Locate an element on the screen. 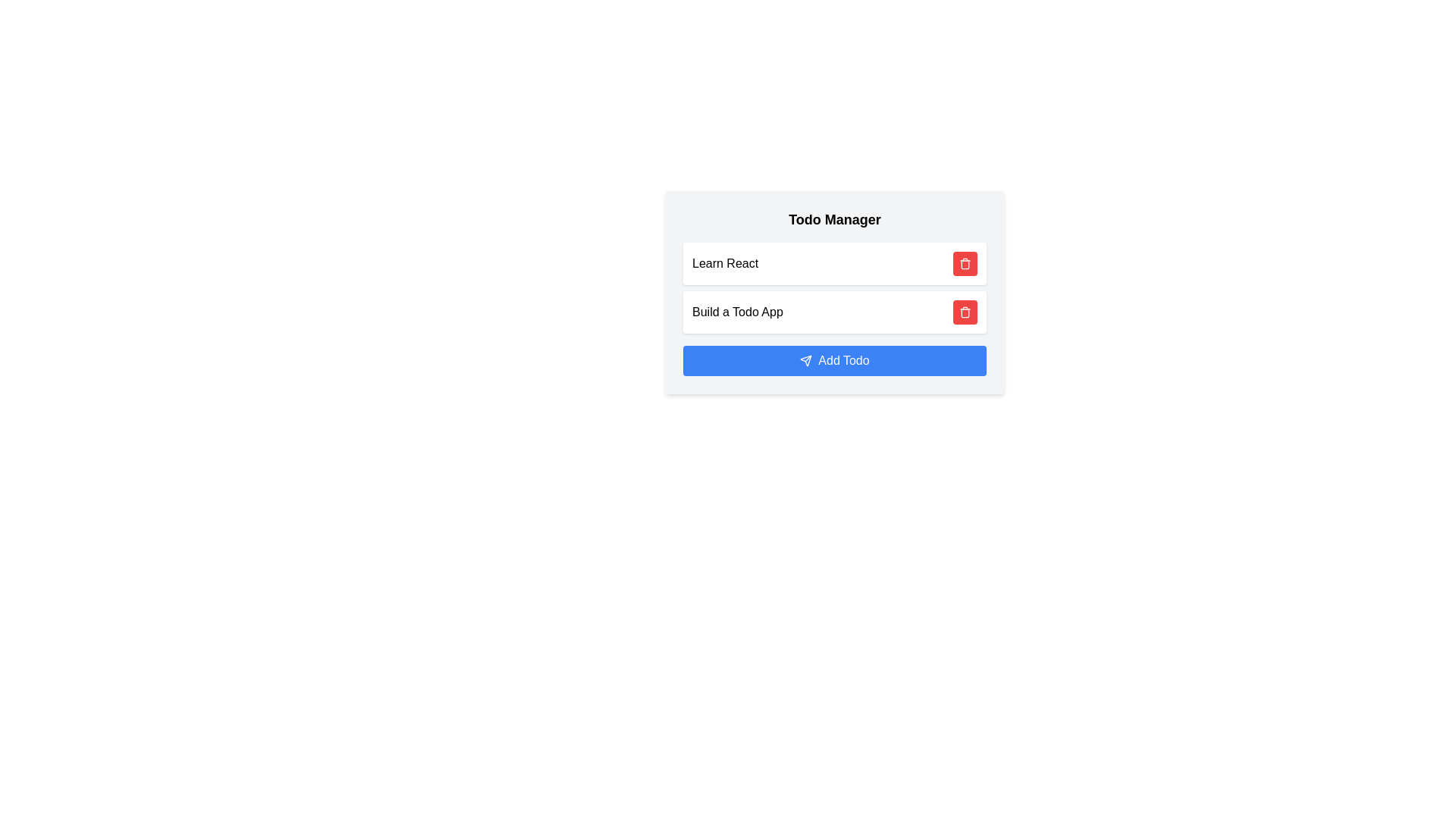 Image resolution: width=1456 pixels, height=819 pixels. the paper airplane icon located in the center-left part of the 'Add Todo' button at the bottom of the 'Todo Manager' interface card is located at coordinates (805, 360).